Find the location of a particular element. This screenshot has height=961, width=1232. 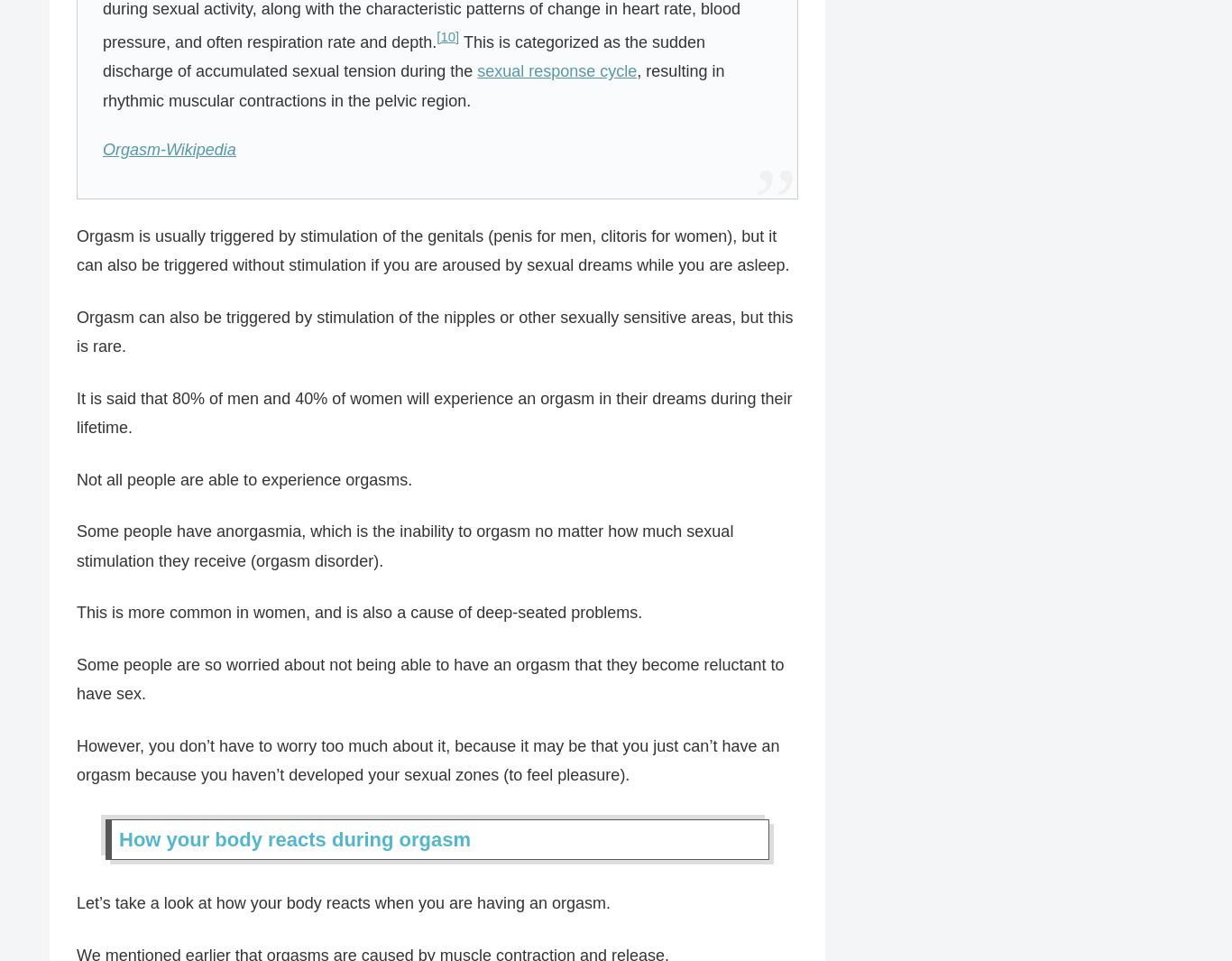

'Some people are so worried about not being able to have an orgasm that they become reluctant to have sex.' is located at coordinates (430, 679).